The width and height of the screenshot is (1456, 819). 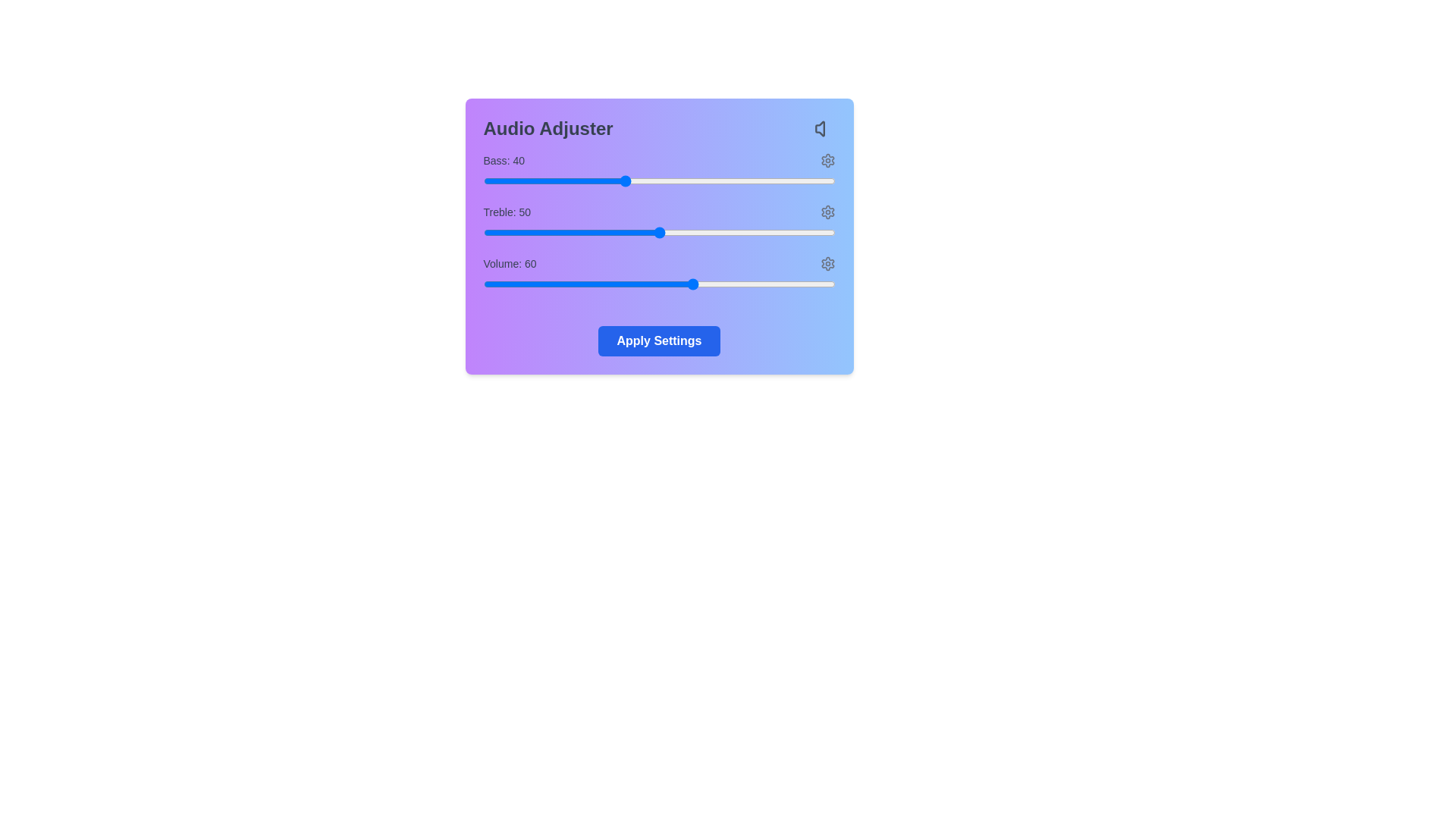 What do you see at coordinates (813, 233) in the screenshot?
I see `the treble level` at bounding box center [813, 233].